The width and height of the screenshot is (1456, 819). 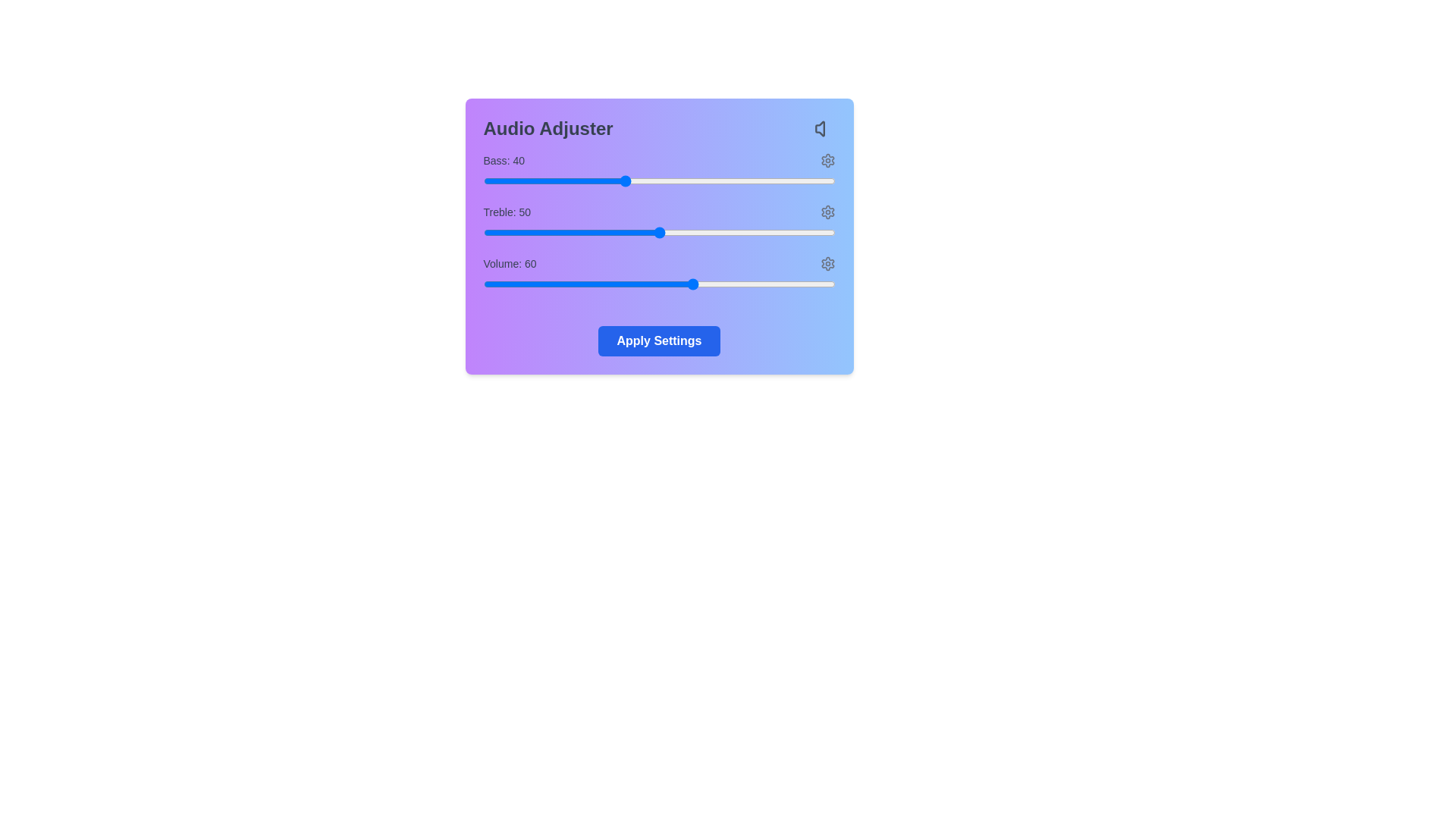 What do you see at coordinates (813, 233) in the screenshot?
I see `the treble level` at bounding box center [813, 233].